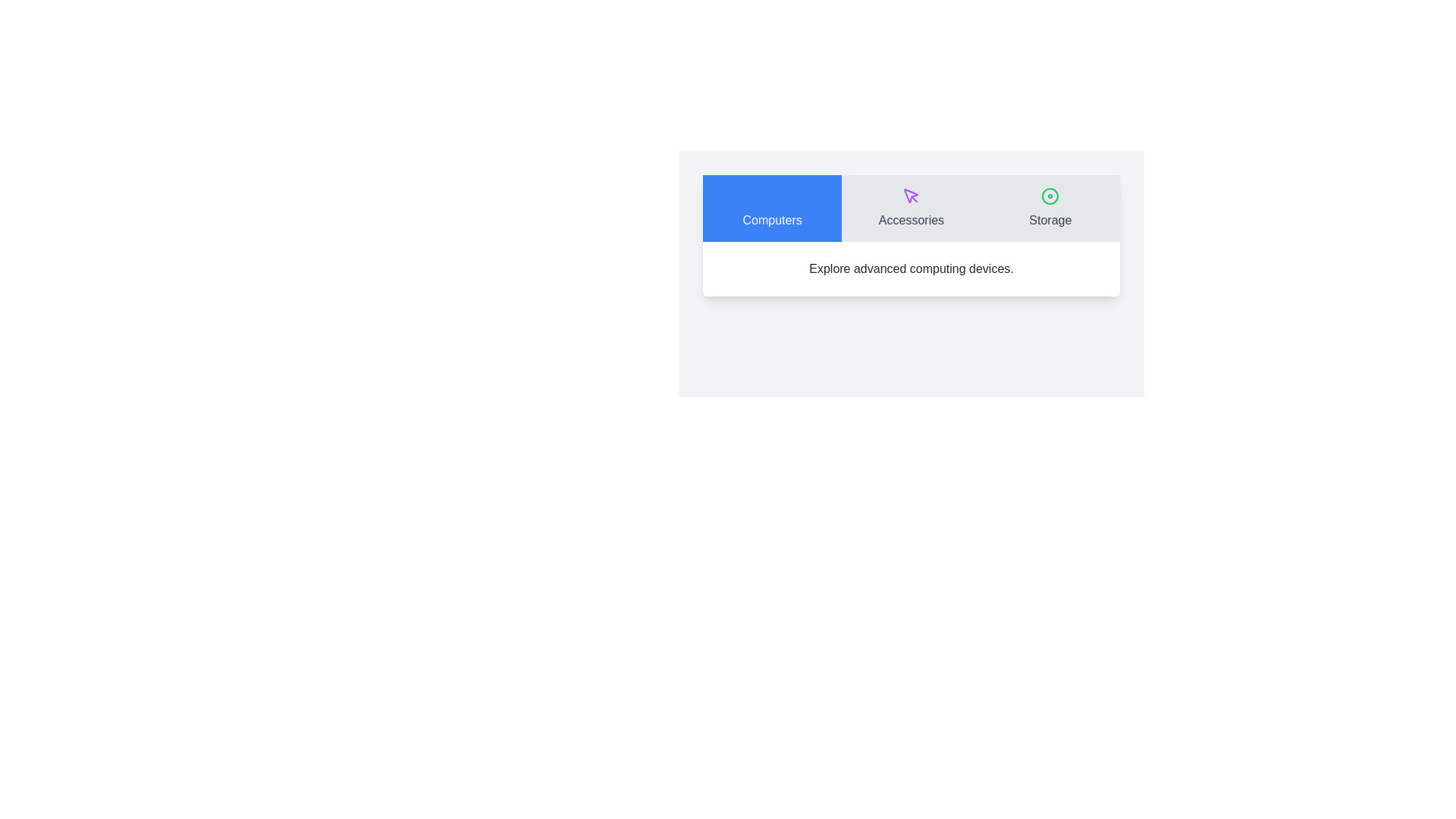  What do you see at coordinates (980, 241) in the screenshot?
I see `the descriptive text corresponding to the Storage tab` at bounding box center [980, 241].